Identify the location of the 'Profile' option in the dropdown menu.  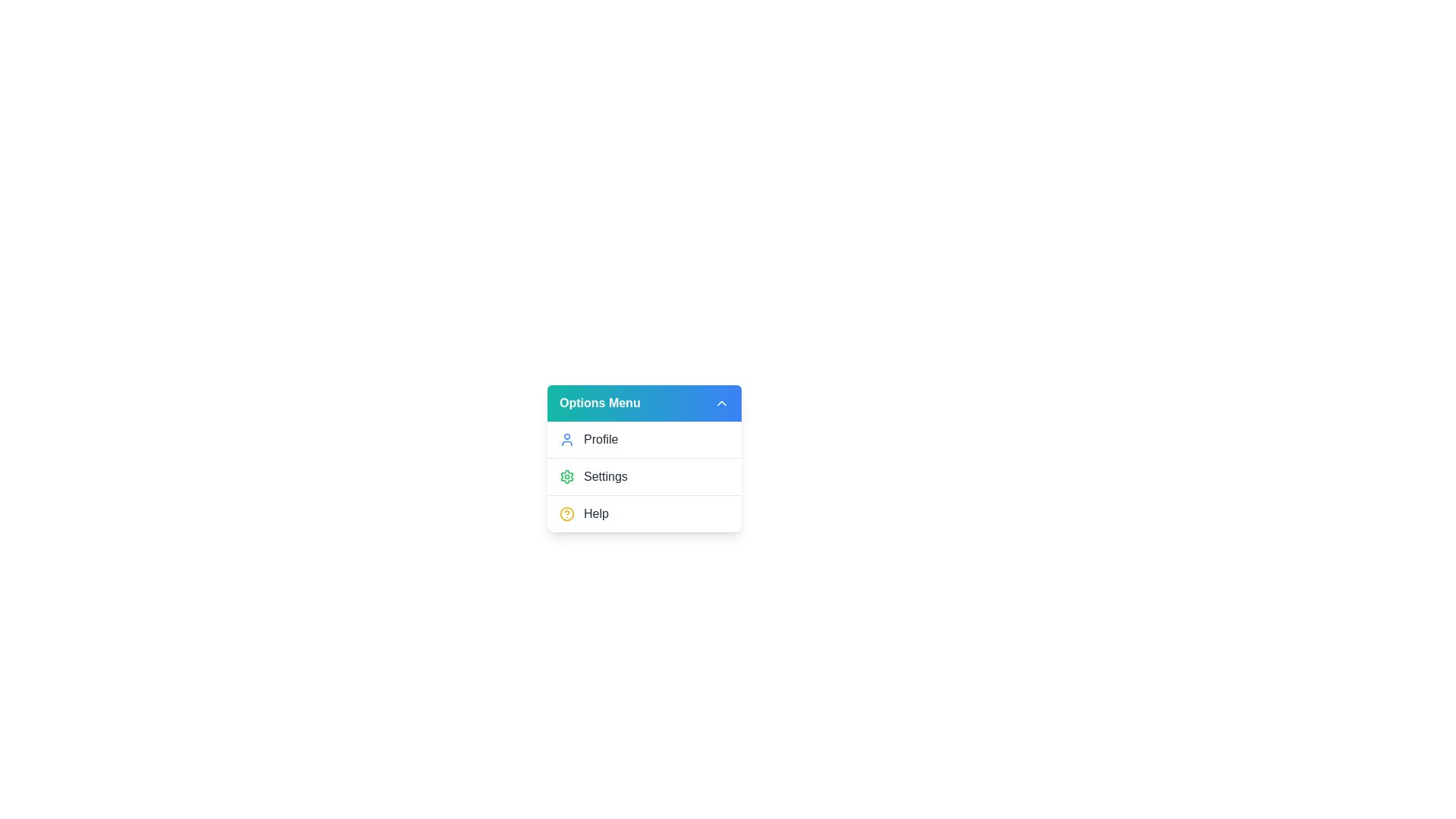
(644, 439).